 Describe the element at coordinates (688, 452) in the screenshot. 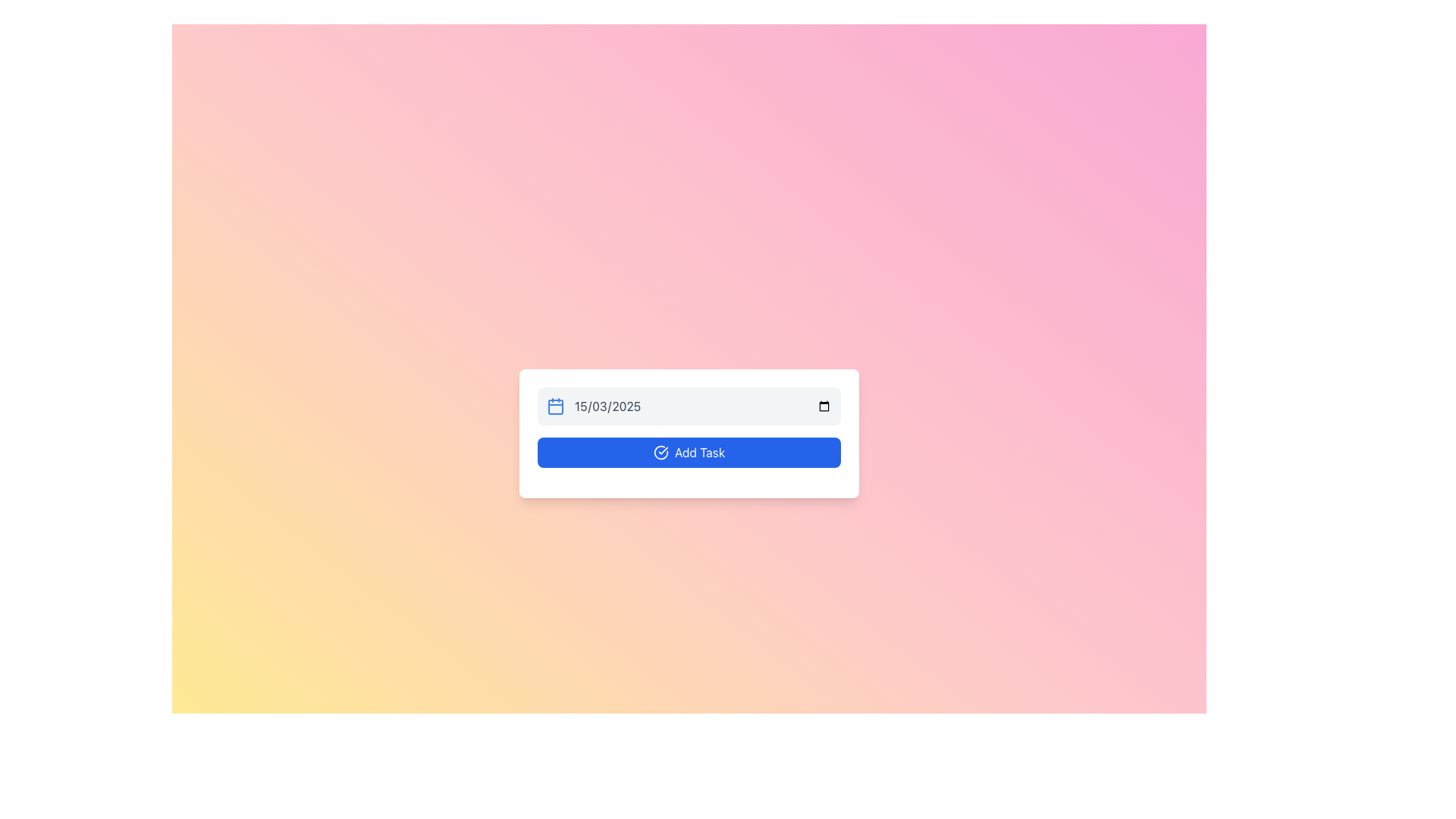

I see `the blue rectangular button labeled 'Add Task' with a checkmark icon` at that location.